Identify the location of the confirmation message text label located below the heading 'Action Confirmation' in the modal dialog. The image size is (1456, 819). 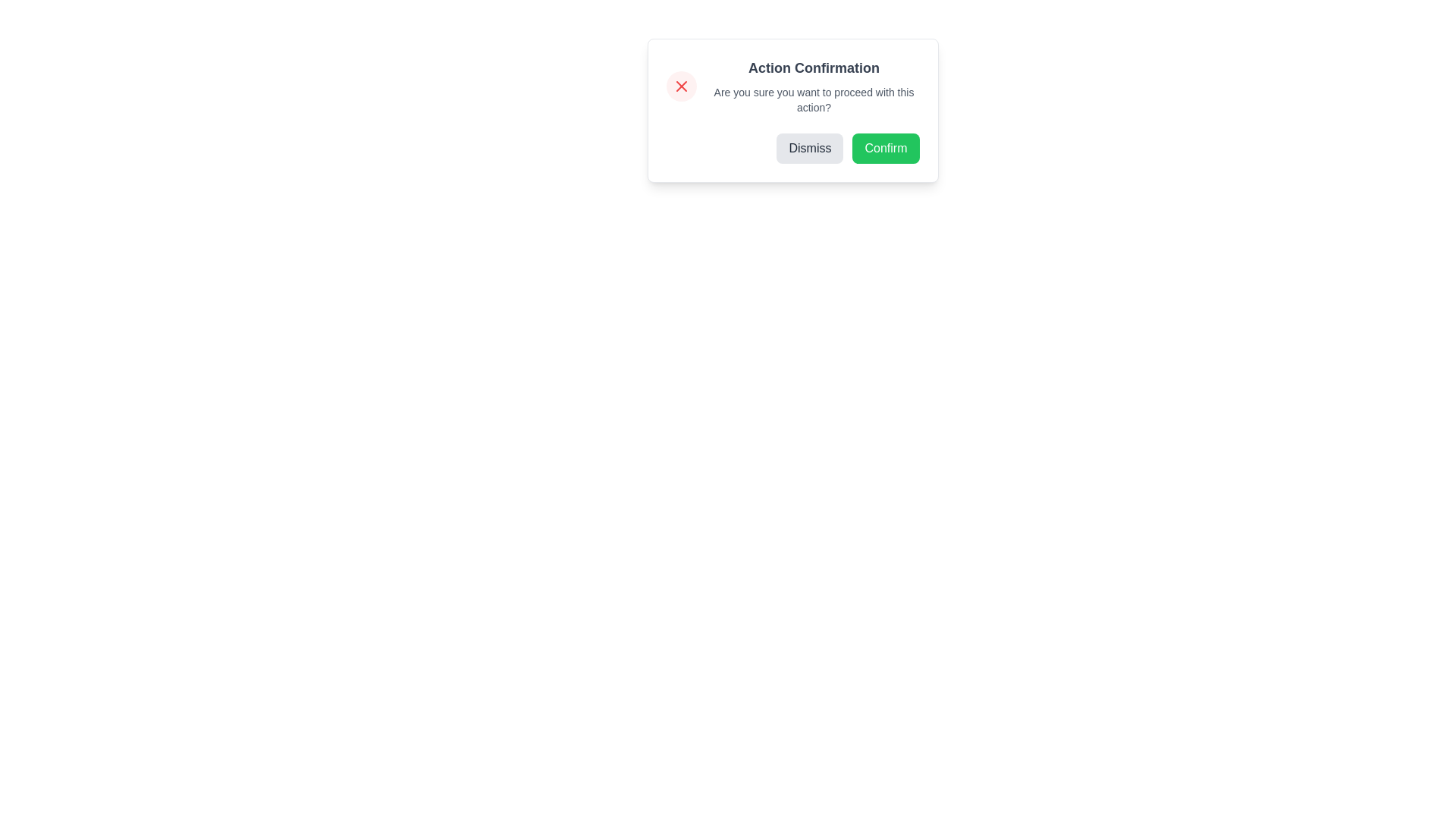
(813, 99).